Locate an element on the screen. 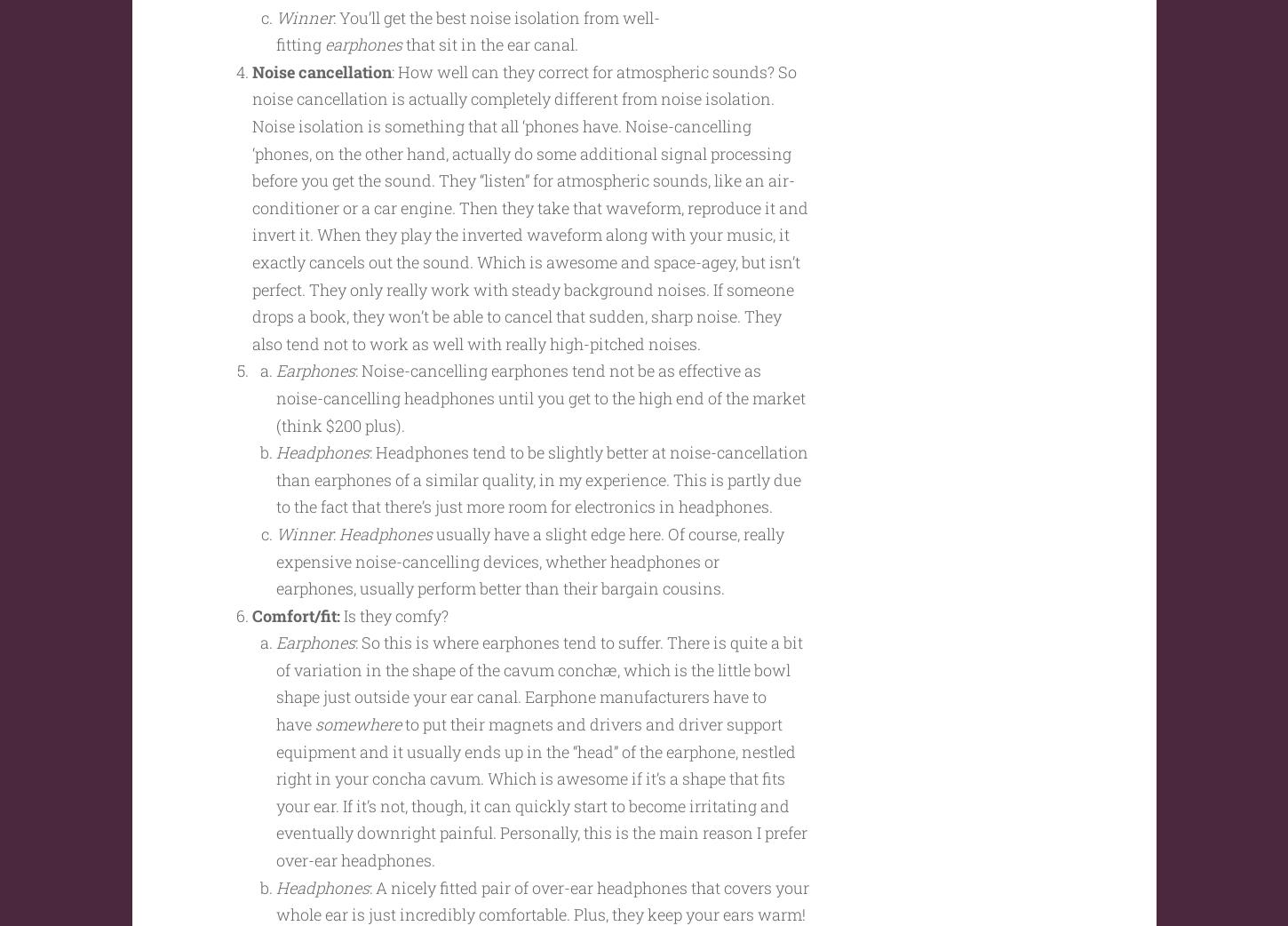  ': You’ll get the best noise isolation from well-fitting' is located at coordinates (467, 64).